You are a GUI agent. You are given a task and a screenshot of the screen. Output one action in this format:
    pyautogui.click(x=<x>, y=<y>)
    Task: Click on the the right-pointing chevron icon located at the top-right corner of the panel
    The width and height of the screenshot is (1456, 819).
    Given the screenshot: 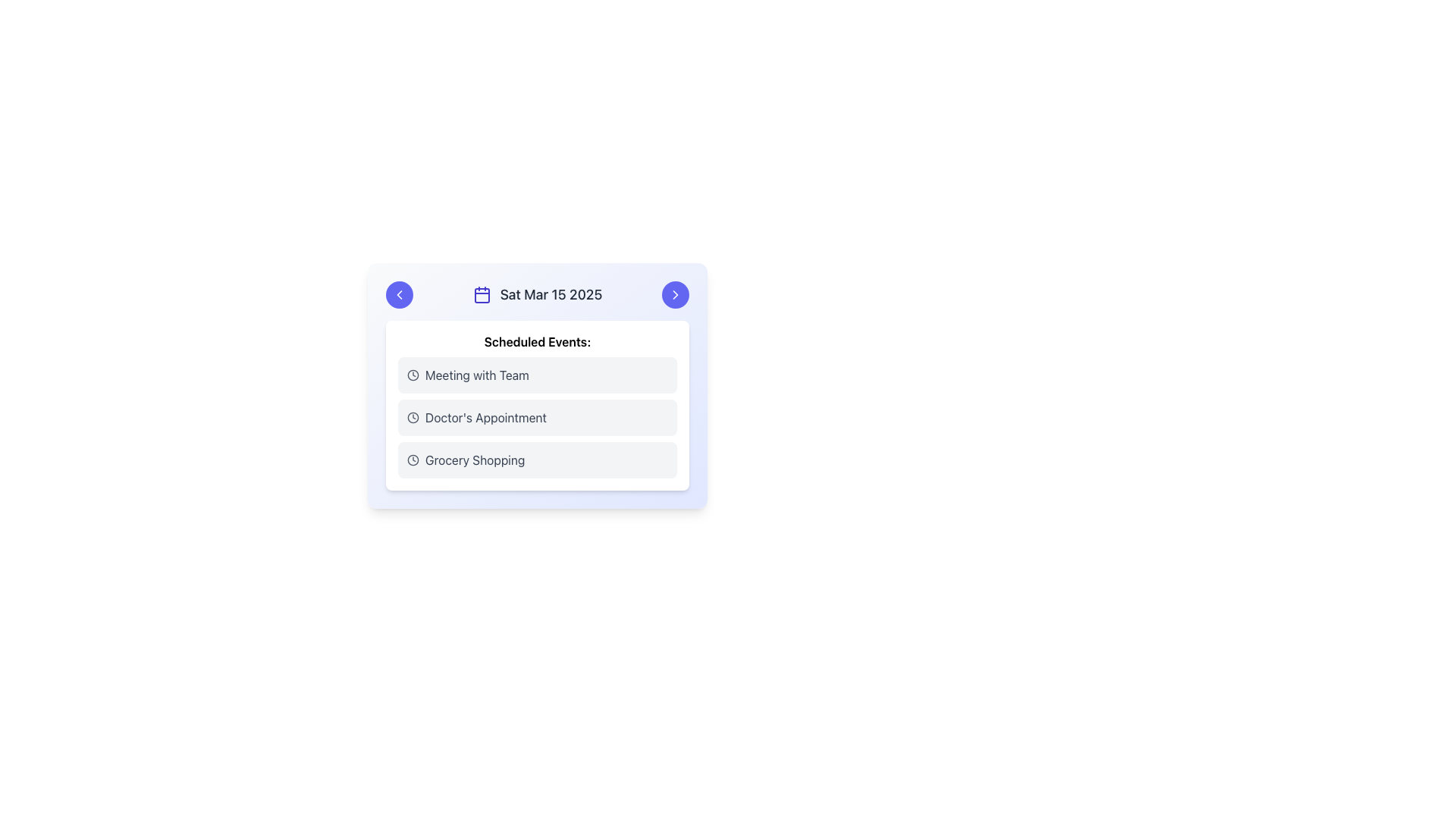 What is the action you would take?
    pyautogui.click(x=675, y=295)
    